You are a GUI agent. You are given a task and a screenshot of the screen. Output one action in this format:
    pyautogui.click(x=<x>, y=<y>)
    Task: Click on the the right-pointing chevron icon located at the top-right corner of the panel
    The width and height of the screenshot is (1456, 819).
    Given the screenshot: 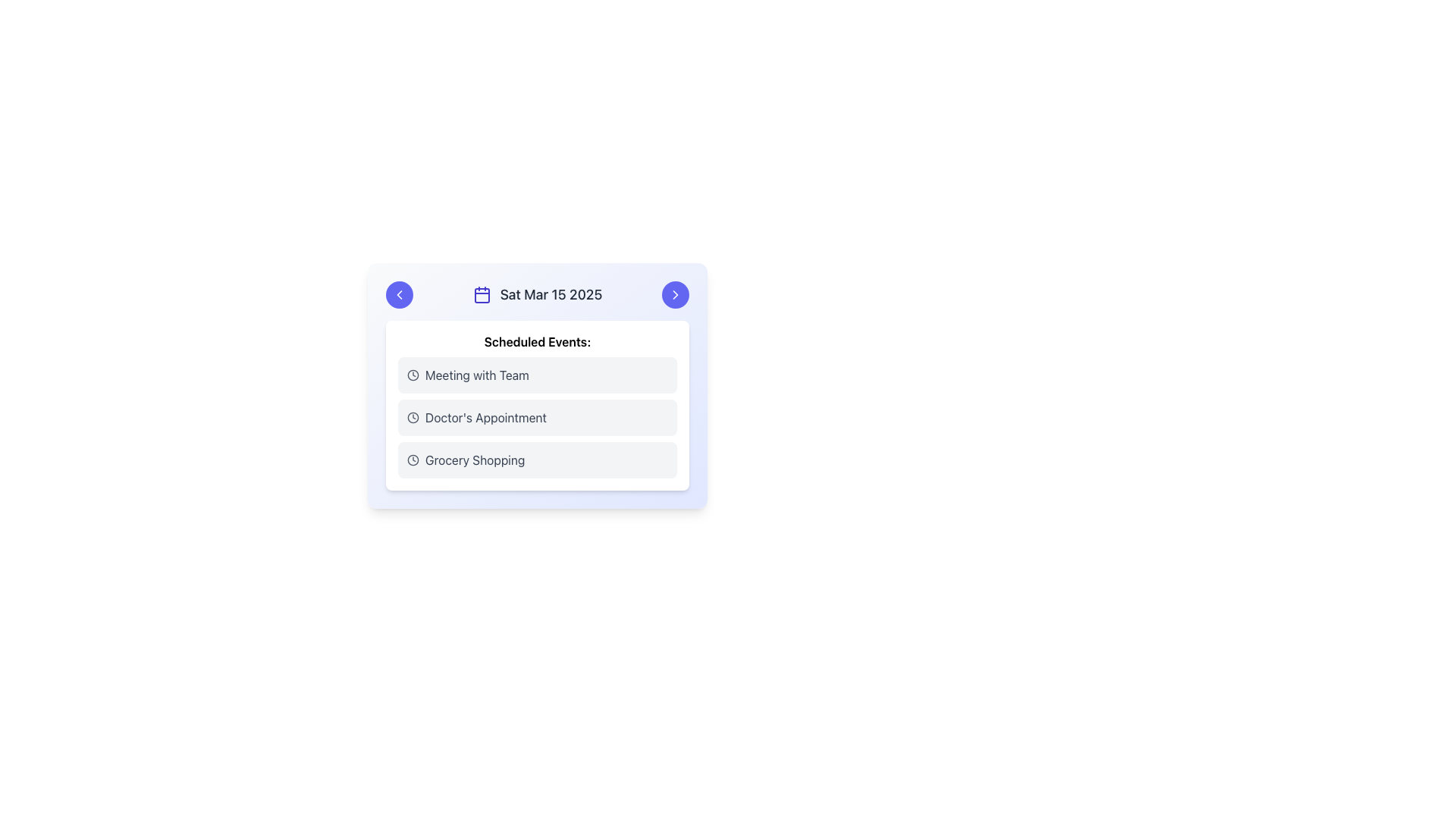 What is the action you would take?
    pyautogui.click(x=675, y=295)
    